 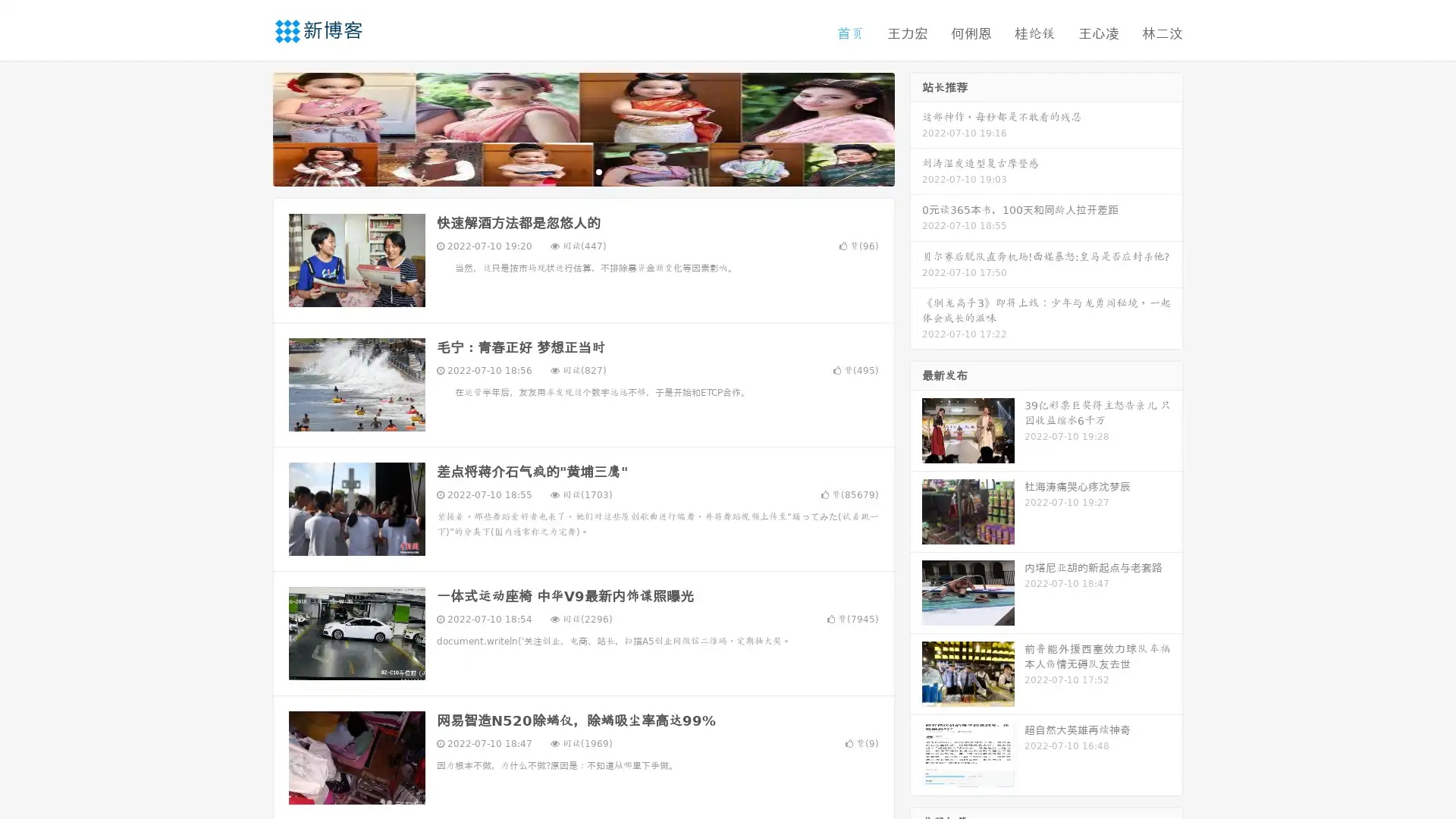 What do you see at coordinates (567, 171) in the screenshot?
I see `Go to slide 1` at bounding box center [567, 171].